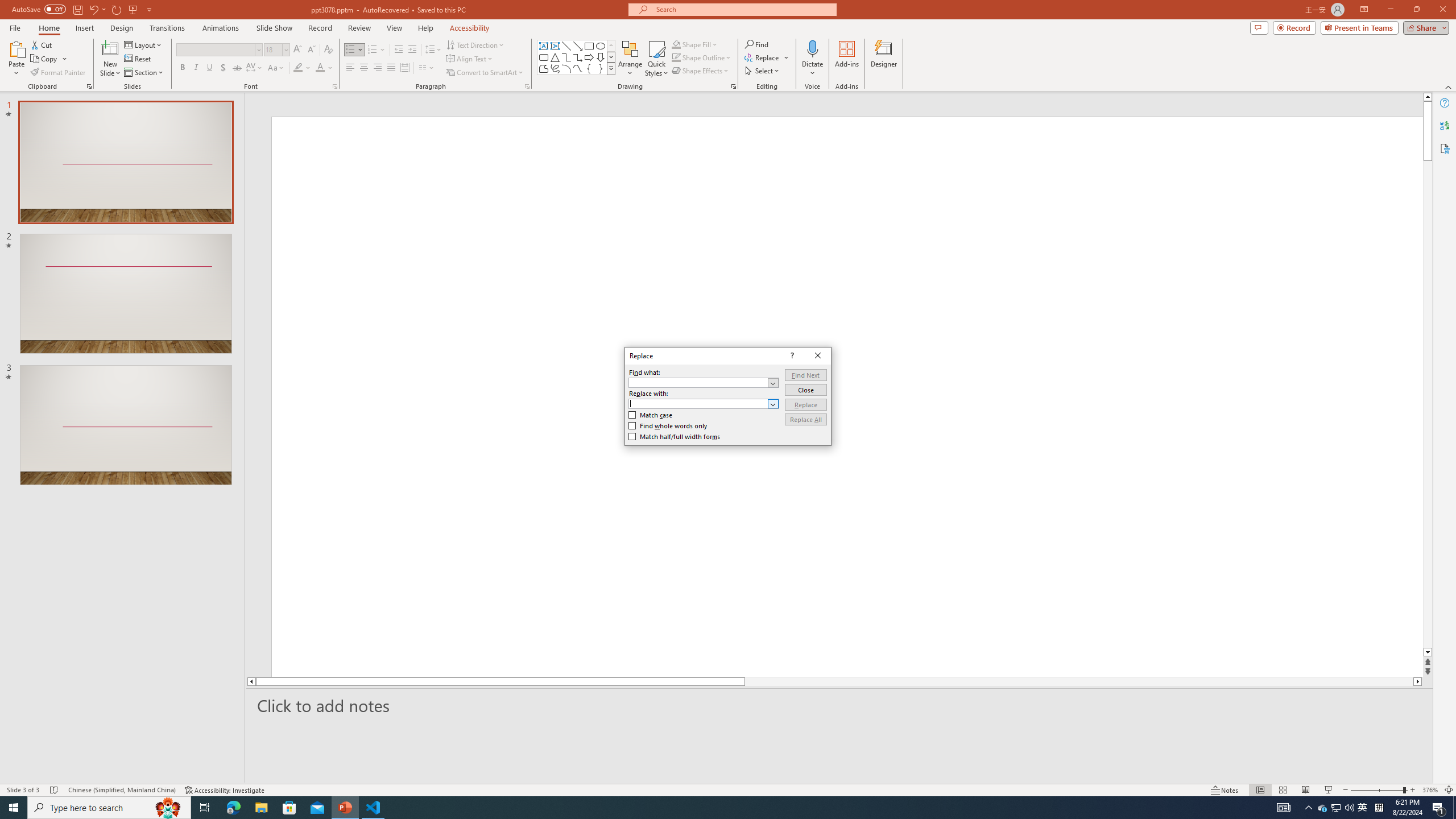 This screenshot has width=1456, height=819. Describe the element at coordinates (812, 59) in the screenshot. I see `'Dictate'` at that location.